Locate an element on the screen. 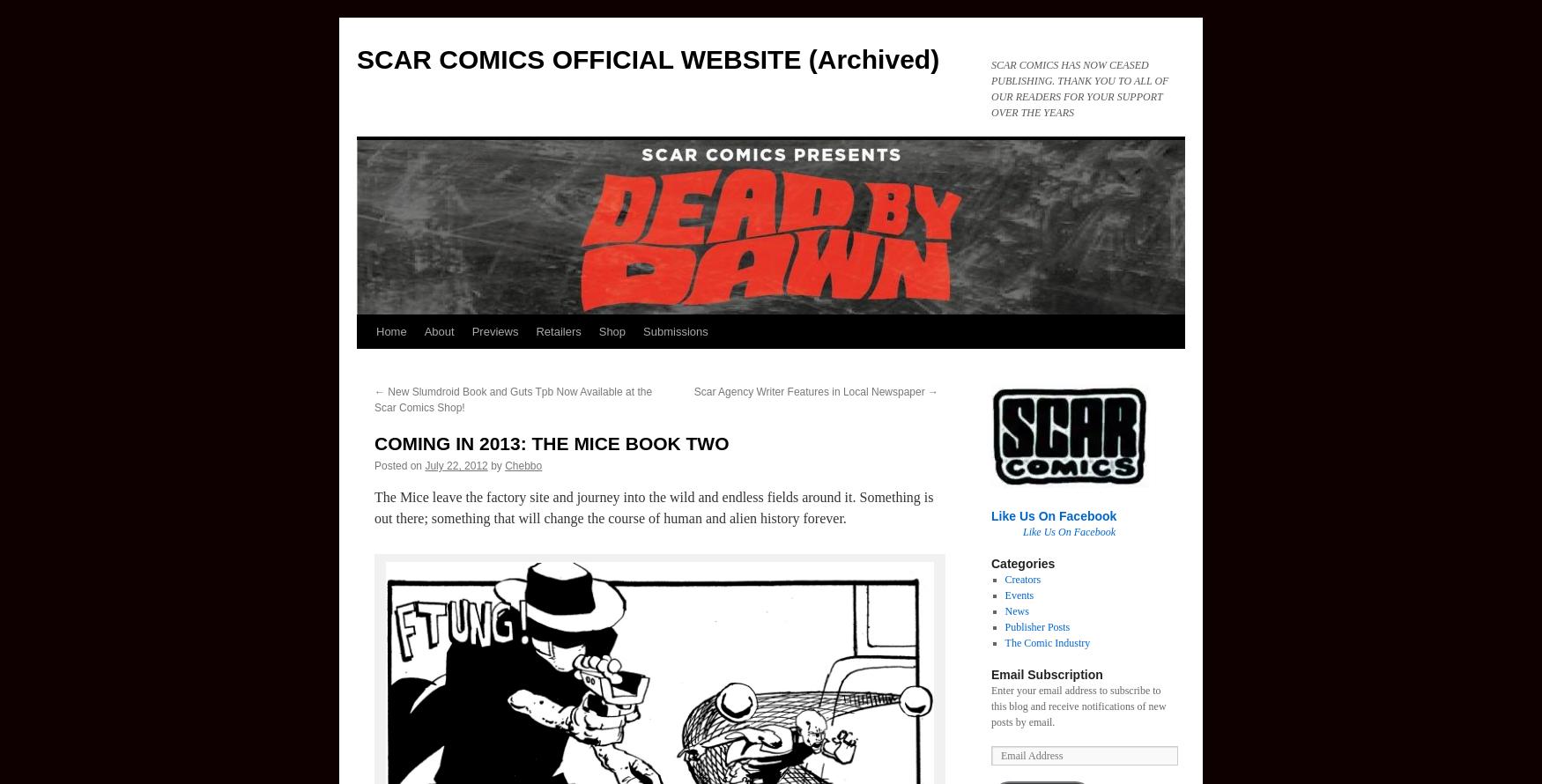  'Enter your email address to subscribe to this blog and receive notifications of new posts by email.' is located at coordinates (1078, 706).